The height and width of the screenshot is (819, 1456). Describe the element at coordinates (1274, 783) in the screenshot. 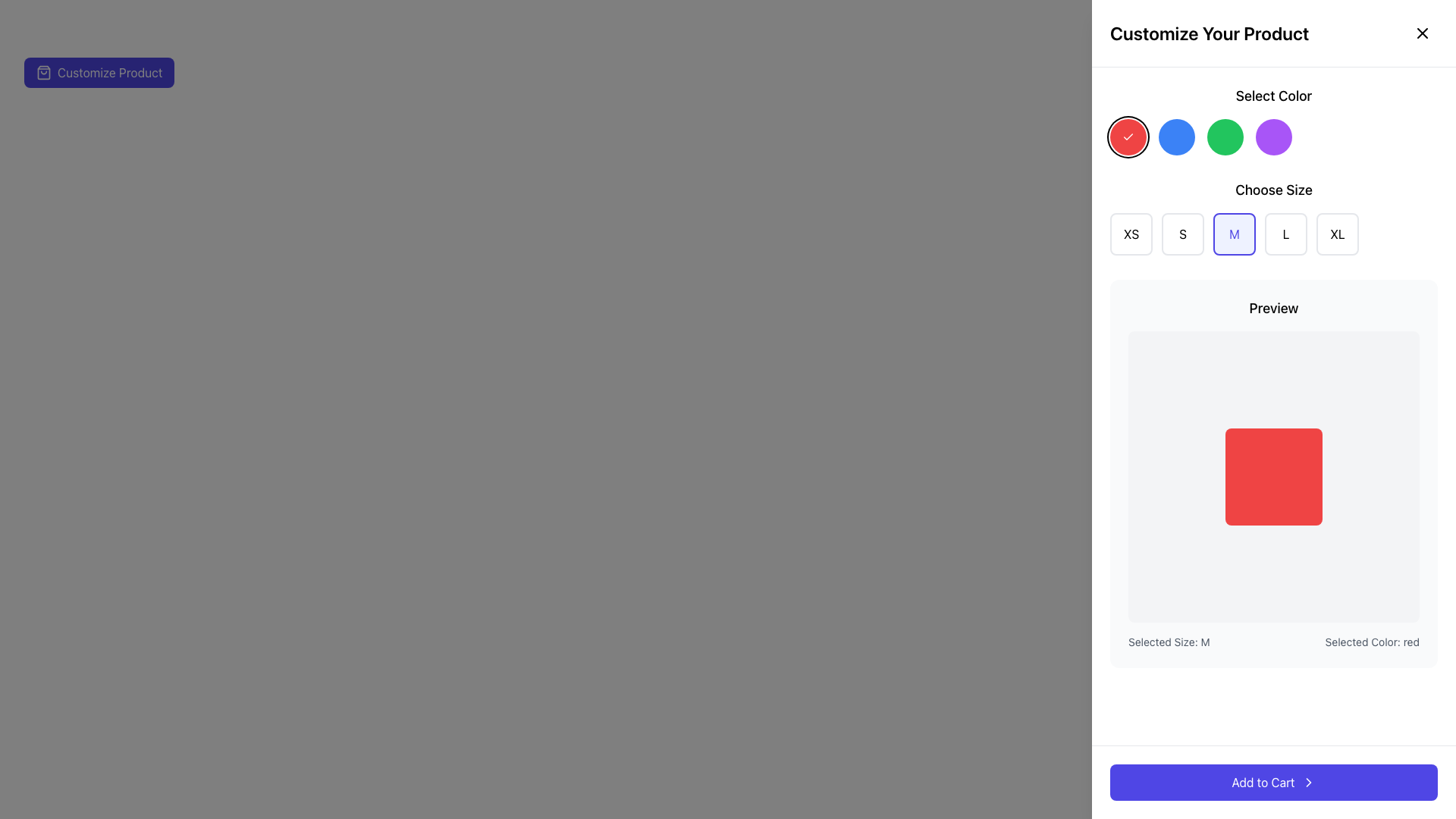

I see `the 'Add to Cart' button located at the bottom of the product customization interface` at that location.